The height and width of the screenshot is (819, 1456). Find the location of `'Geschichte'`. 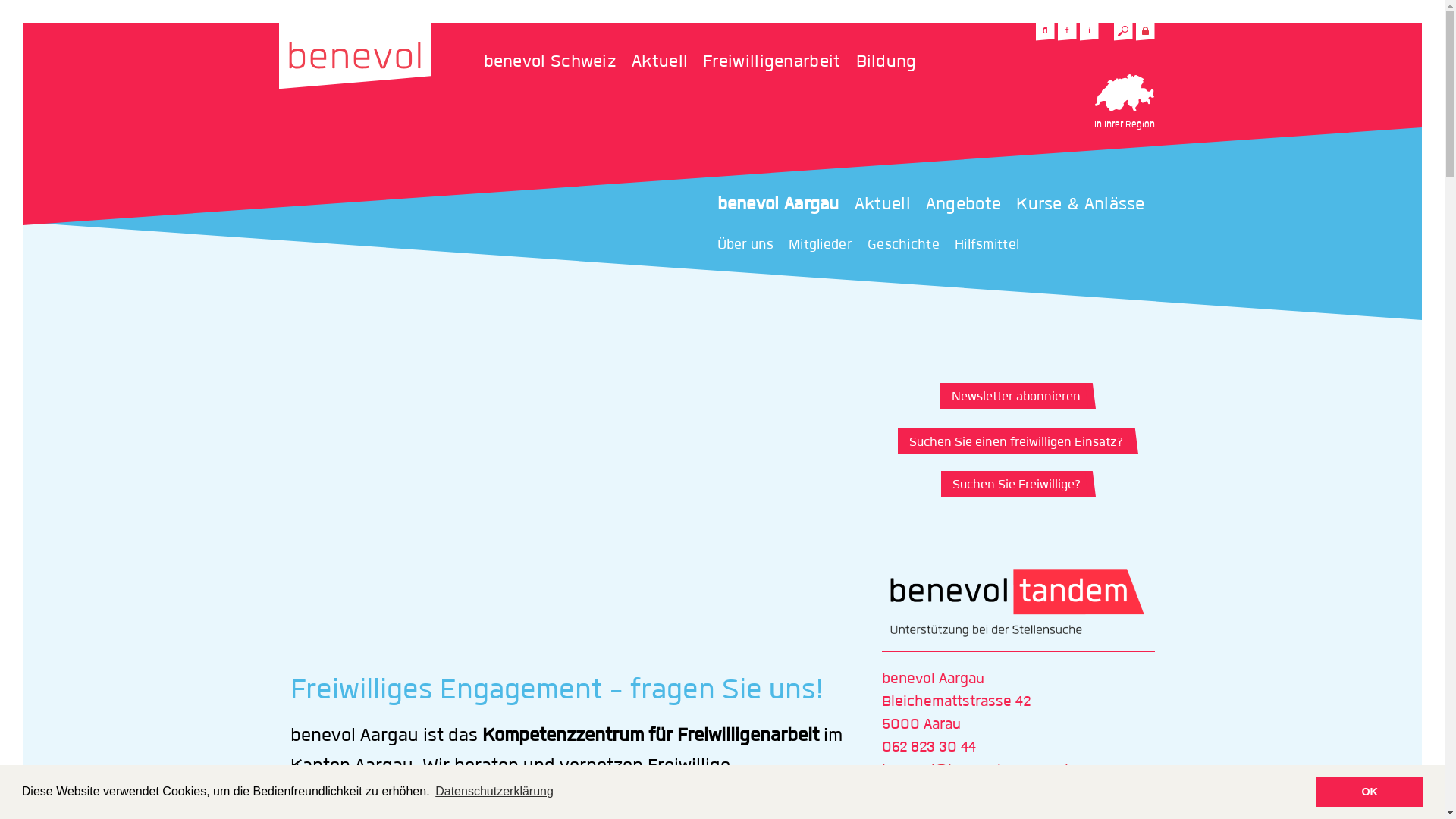

'Geschichte' is located at coordinates (910, 244).